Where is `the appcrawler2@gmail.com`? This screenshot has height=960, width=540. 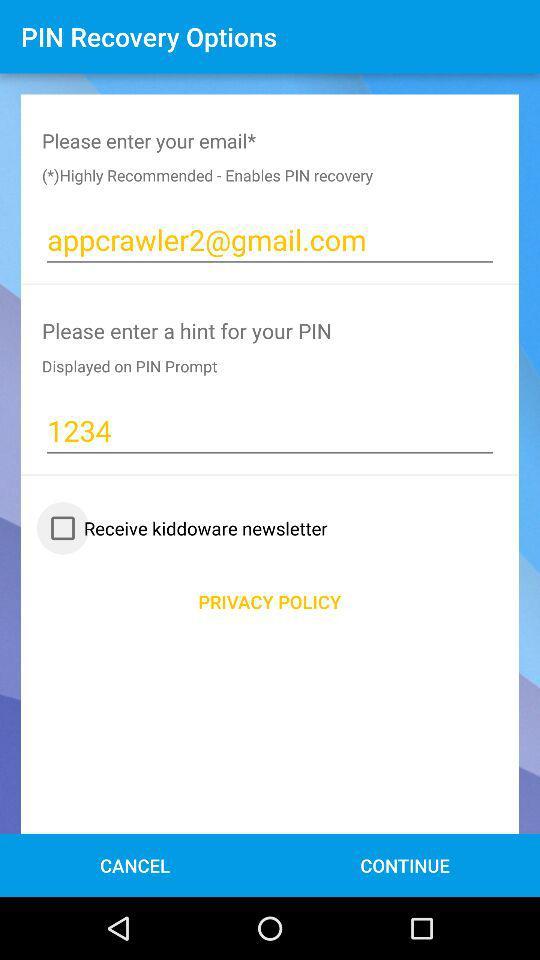
the appcrawler2@gmail.com is located at coordinates (270, 240).